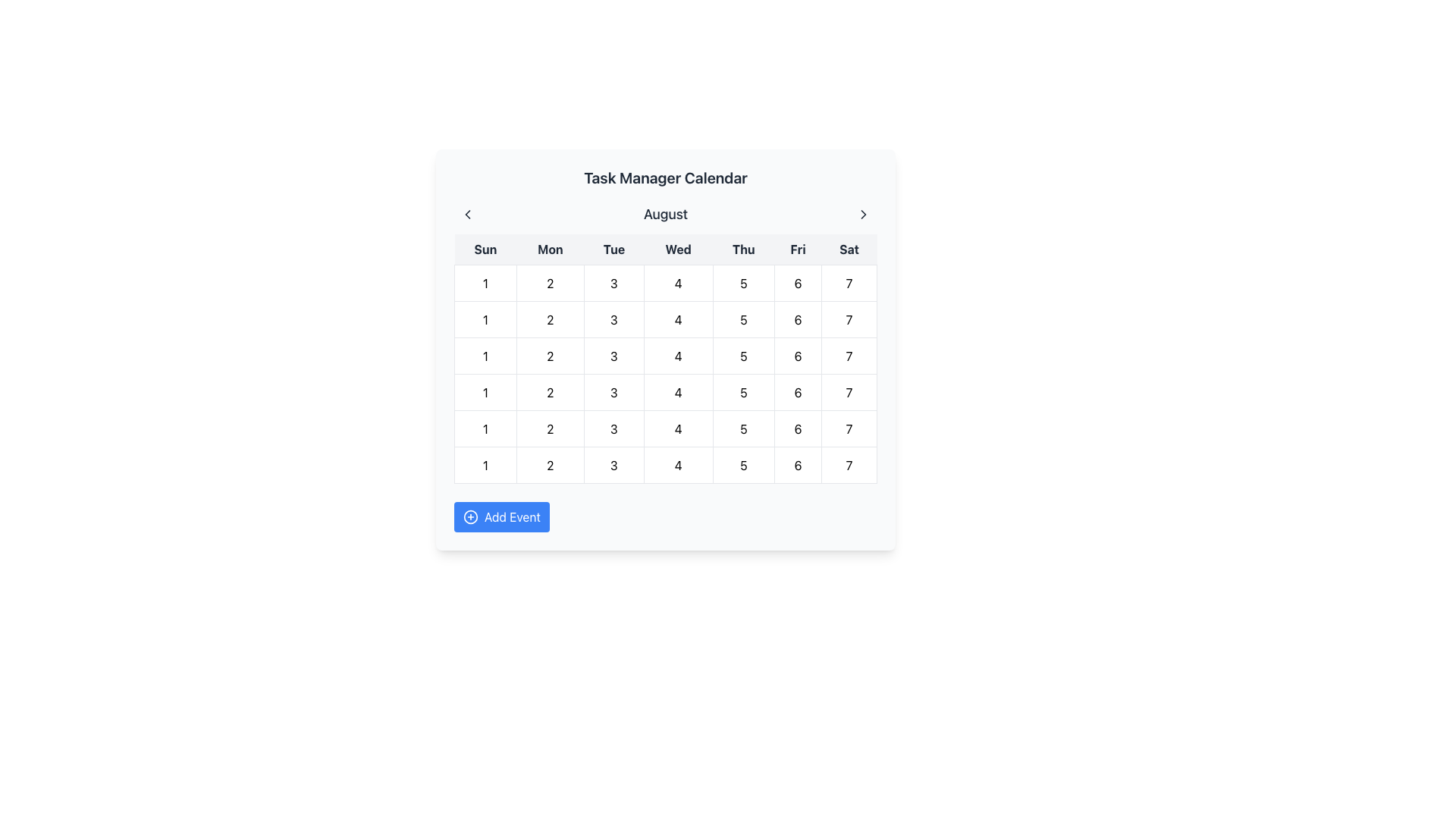 The height and width of the screenshot is (819, 1456). What do you see at coordinates (677, 283) in the screenshot?
I see `the calendar cell representing a specific date under the 'Wed' column header in the second row` at bounding box center [677, 283].